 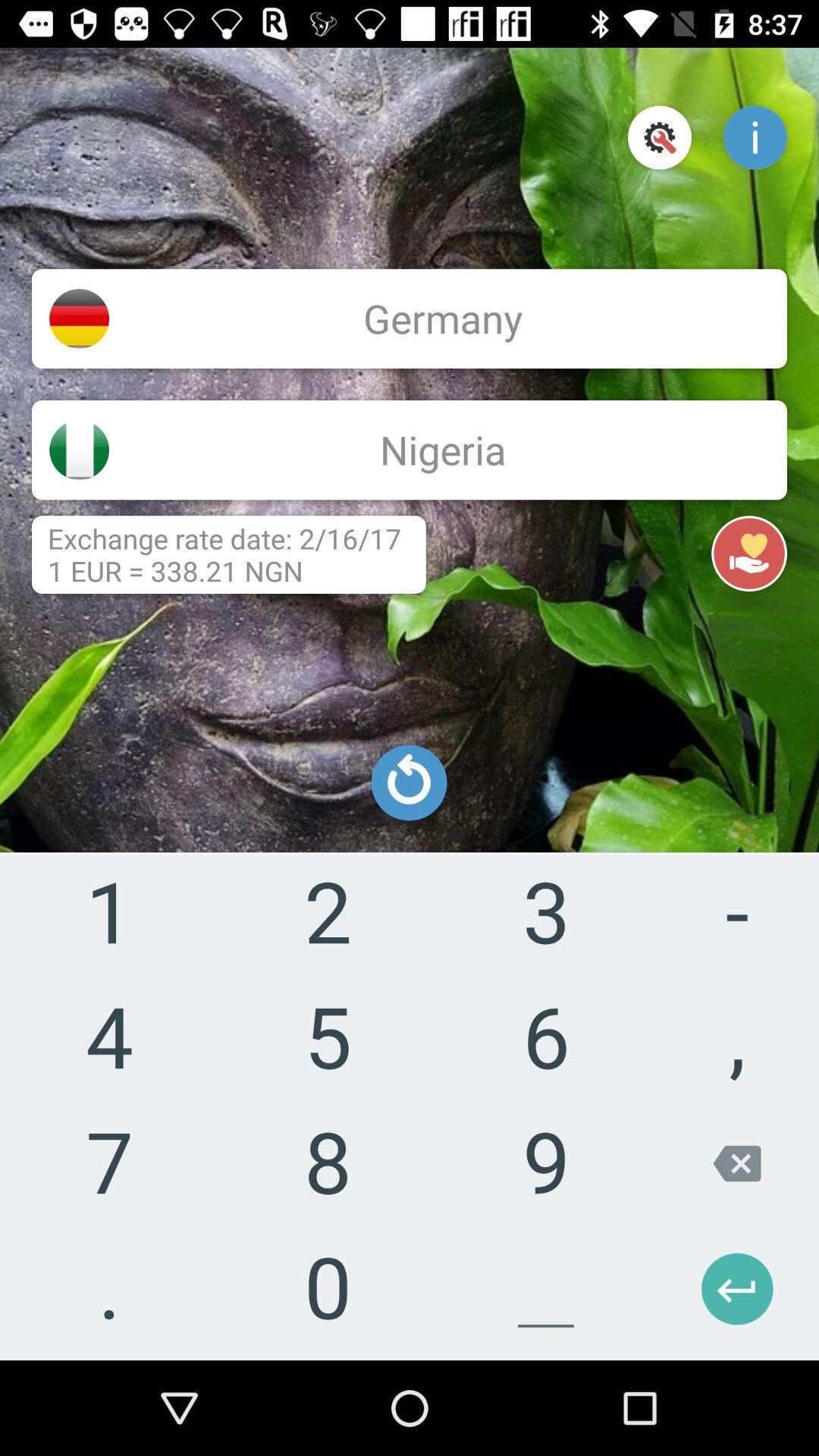 What do you see at coordinates (659, 138) in the screenshot?
I see `the first button on the top right corner of the web page` at bounding box center [659, 138].